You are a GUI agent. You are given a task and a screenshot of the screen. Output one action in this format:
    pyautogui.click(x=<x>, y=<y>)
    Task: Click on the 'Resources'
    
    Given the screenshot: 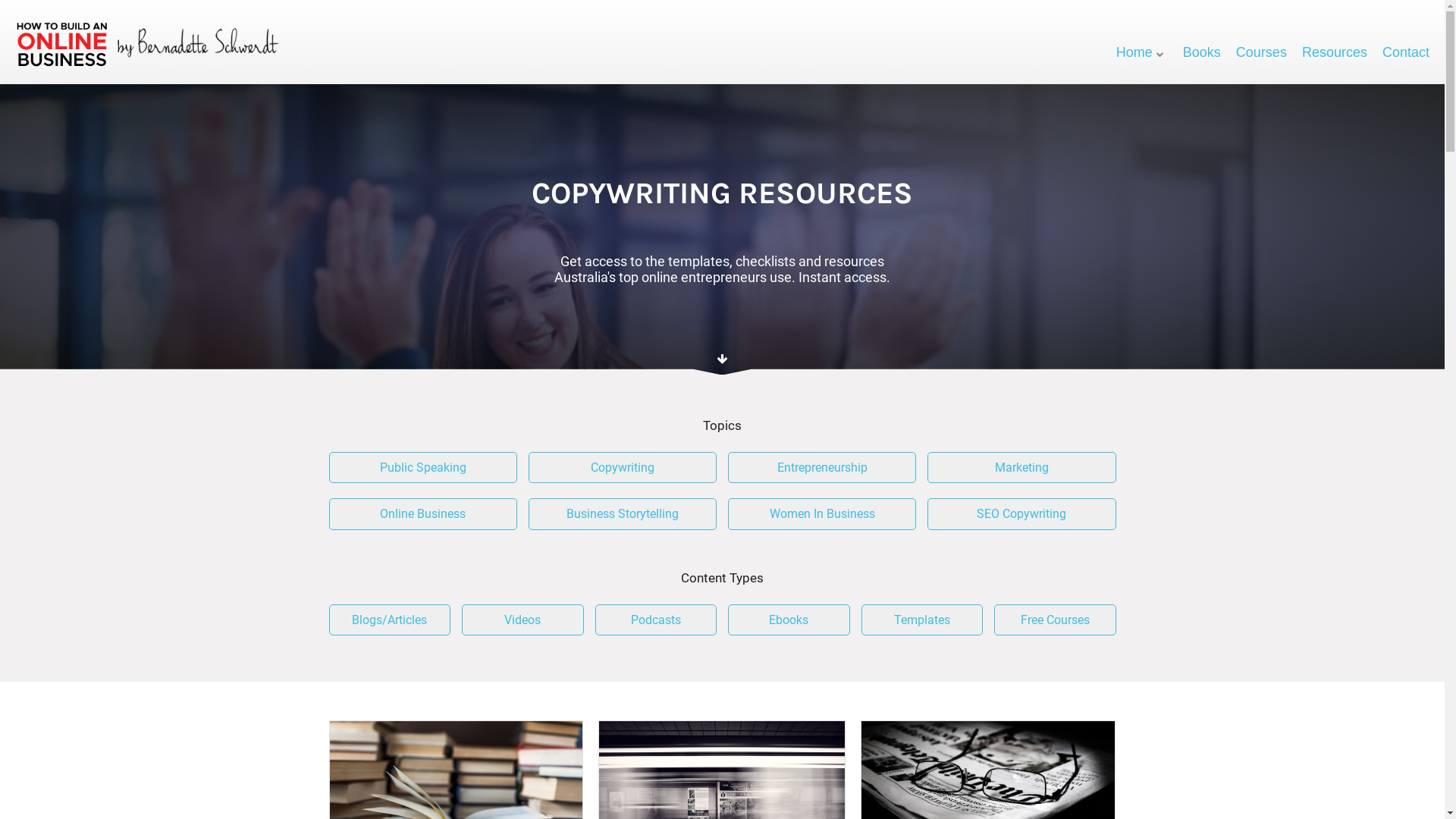 What is the action you would take?
    pyautogui.click(x=1335, y=52)
    